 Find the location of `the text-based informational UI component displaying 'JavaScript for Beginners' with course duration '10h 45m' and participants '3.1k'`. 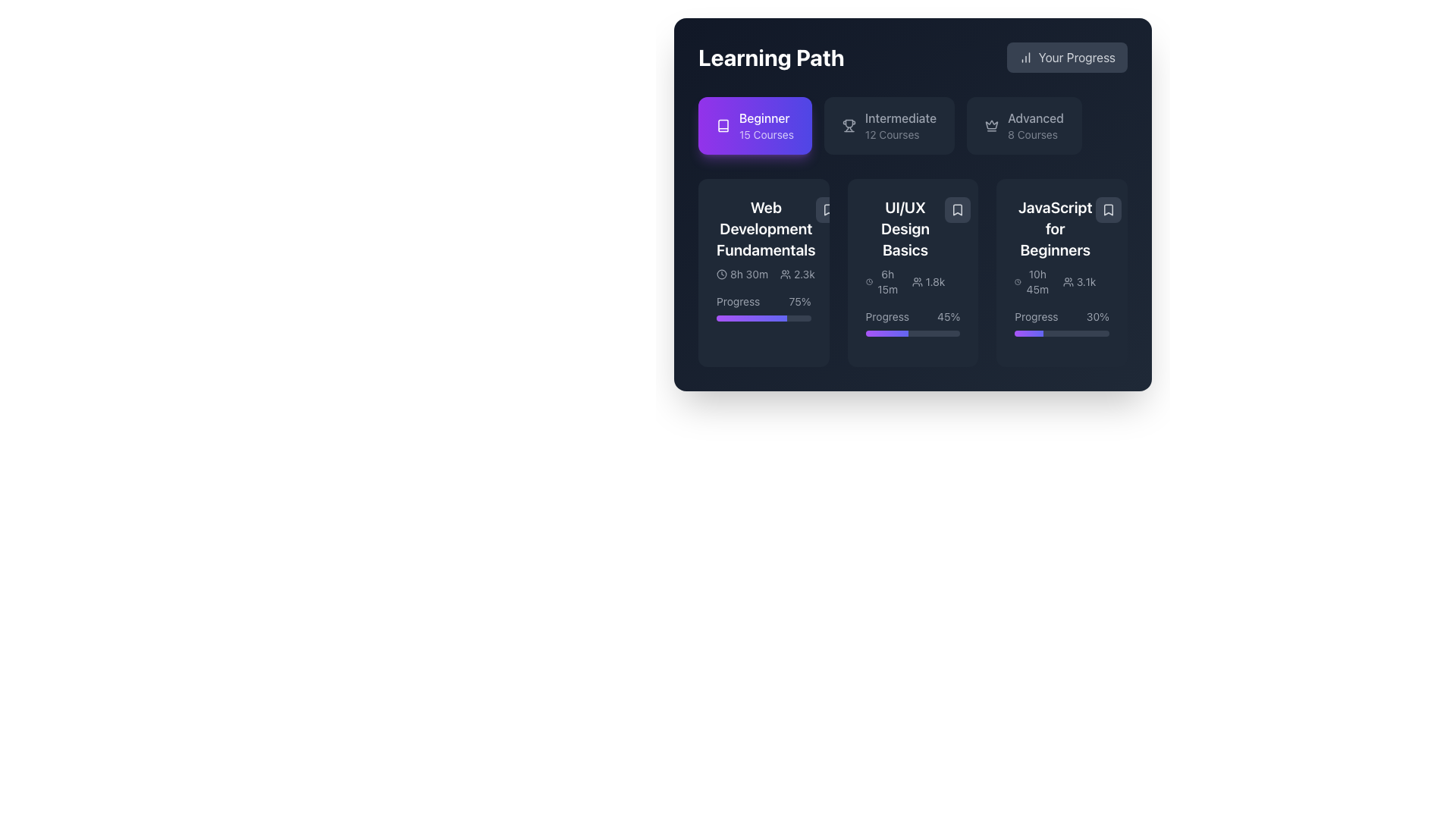

the text-based informational UI component displaying 'JavaScript for Beginners' with course duration '10h 45m' and participants '3.1k' is located at coordinates (1054, 246).